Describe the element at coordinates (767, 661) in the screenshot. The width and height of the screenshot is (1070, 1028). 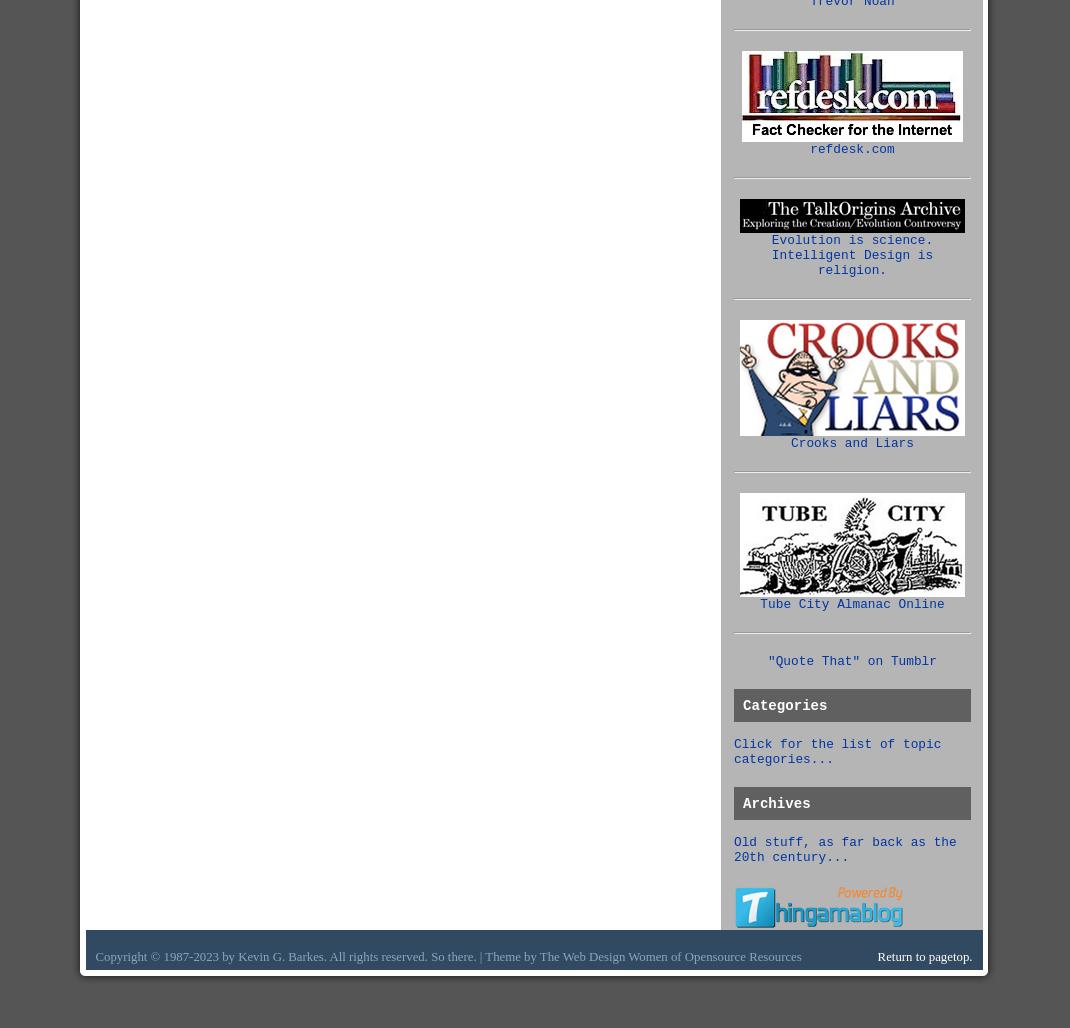
I see `'"Quote That" on Tumblr'` at that location.